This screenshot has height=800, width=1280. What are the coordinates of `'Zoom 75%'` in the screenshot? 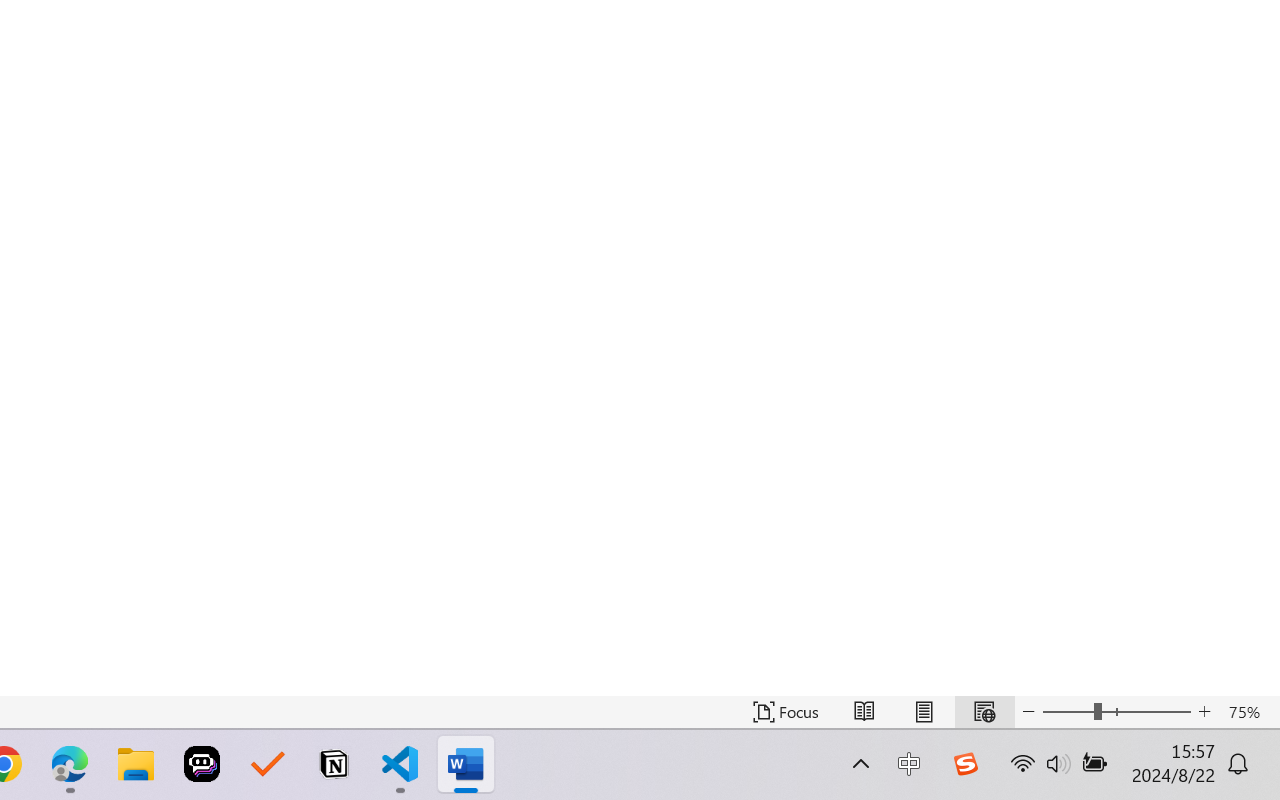 It's located at (1248, 711).